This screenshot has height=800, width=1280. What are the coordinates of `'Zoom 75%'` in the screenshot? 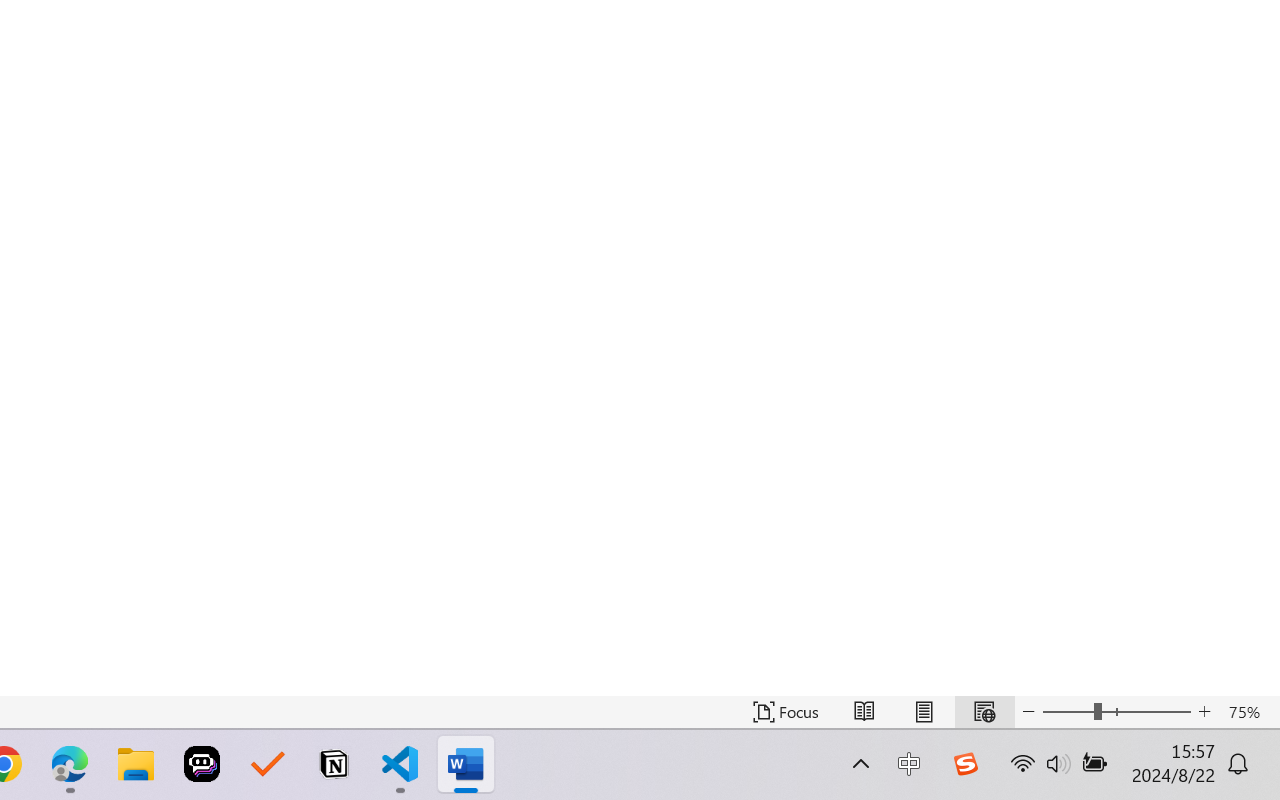 It's located at (1248, 711).